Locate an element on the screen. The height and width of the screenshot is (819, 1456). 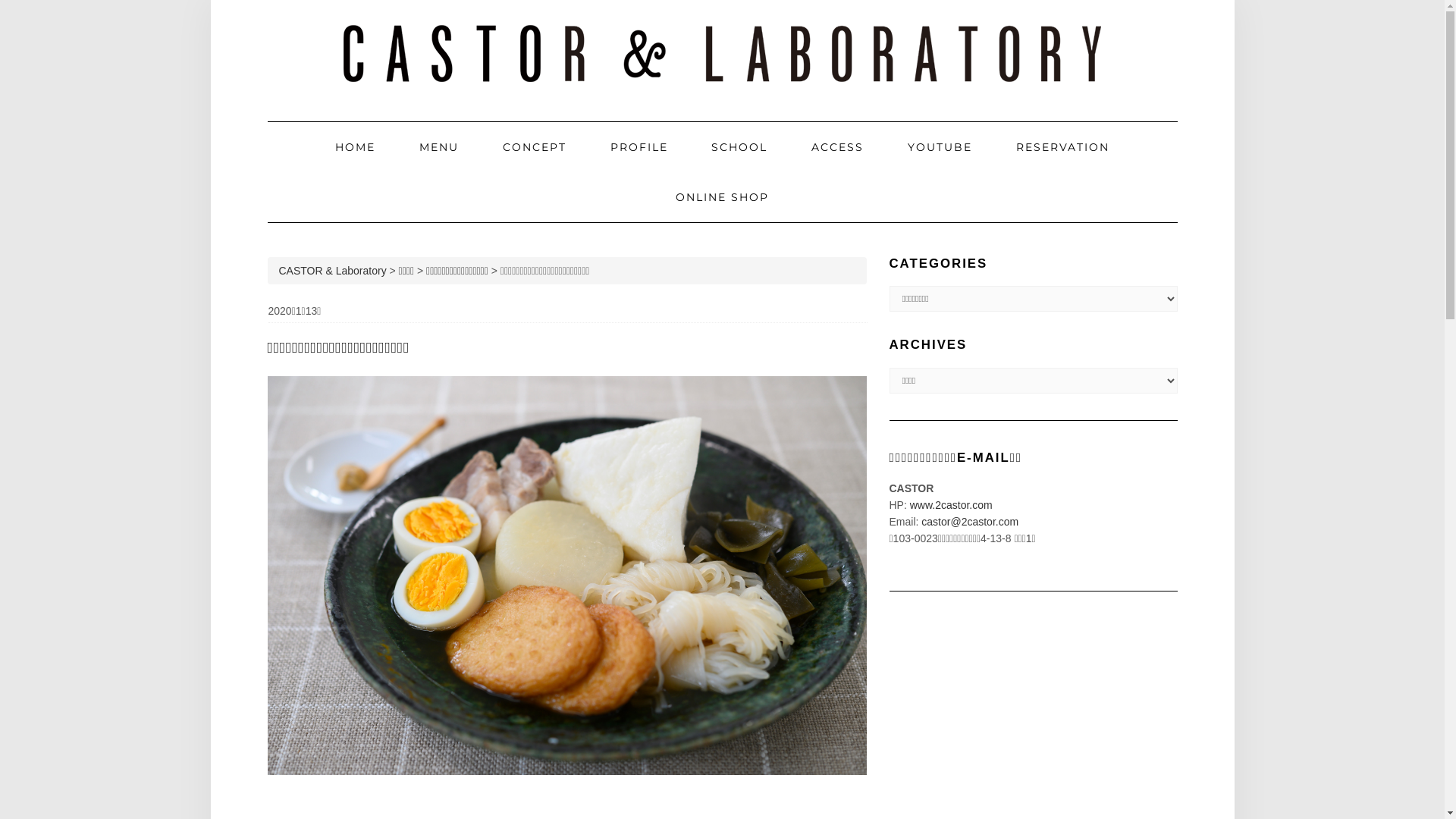
'CASTOR & Laboratory' is located at coordinates (331, 271).